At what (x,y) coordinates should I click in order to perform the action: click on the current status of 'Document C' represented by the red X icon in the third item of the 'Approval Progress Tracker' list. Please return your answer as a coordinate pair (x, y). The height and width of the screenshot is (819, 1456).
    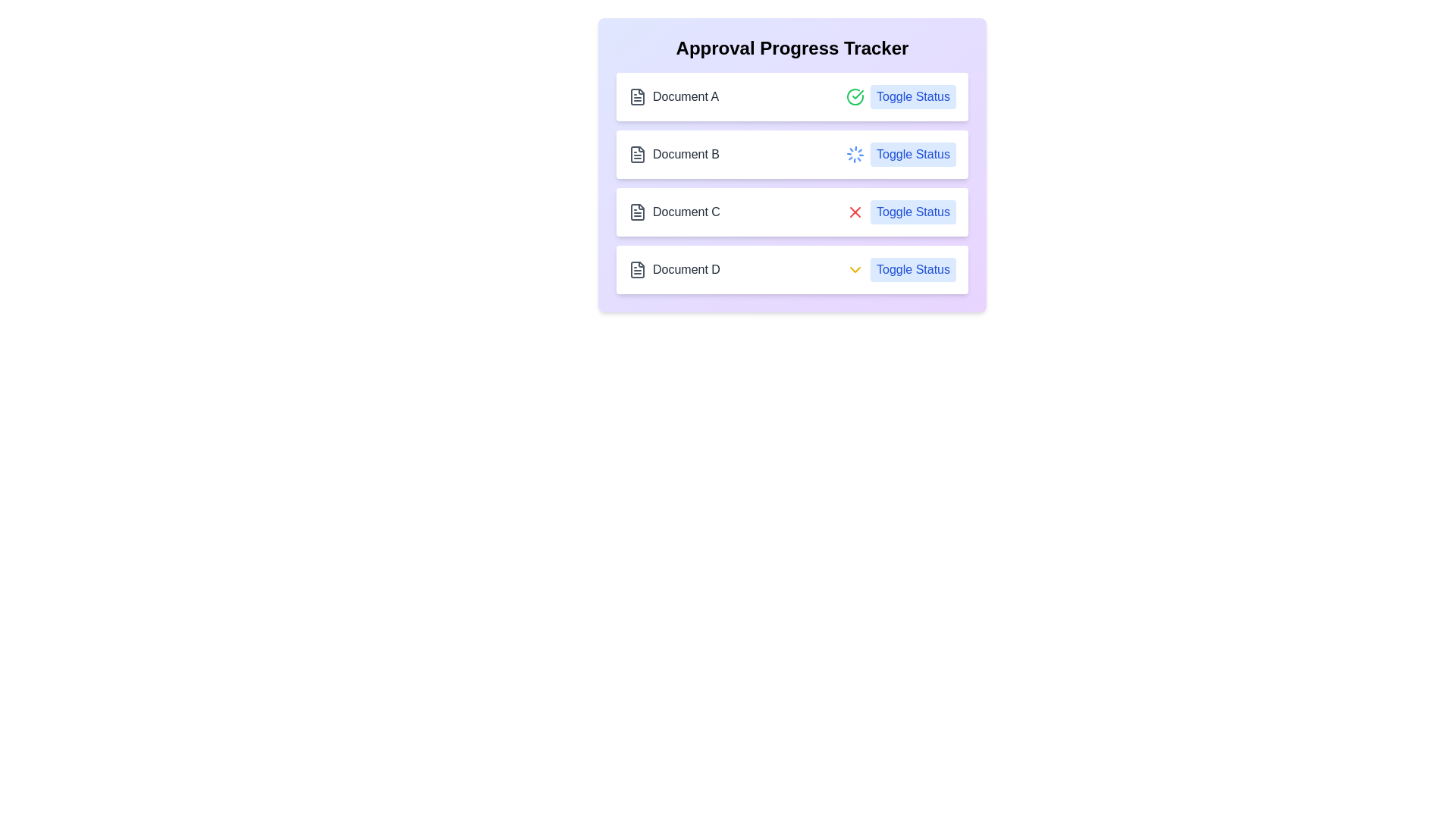
    Looking at the image, I should click on (792, 212).